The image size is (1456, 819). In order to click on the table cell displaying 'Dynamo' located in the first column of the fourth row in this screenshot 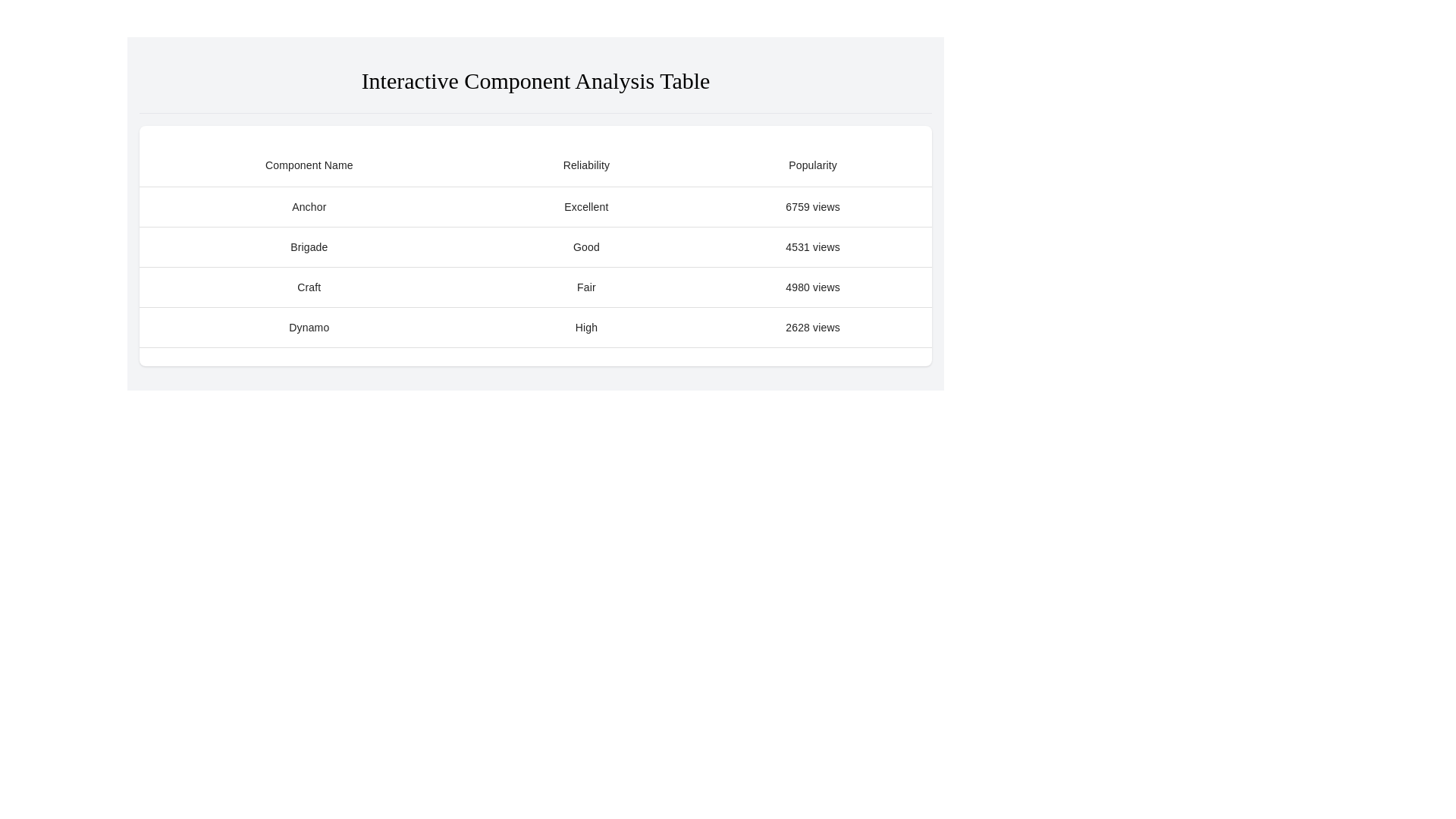, I will do `click(308, 327)`.